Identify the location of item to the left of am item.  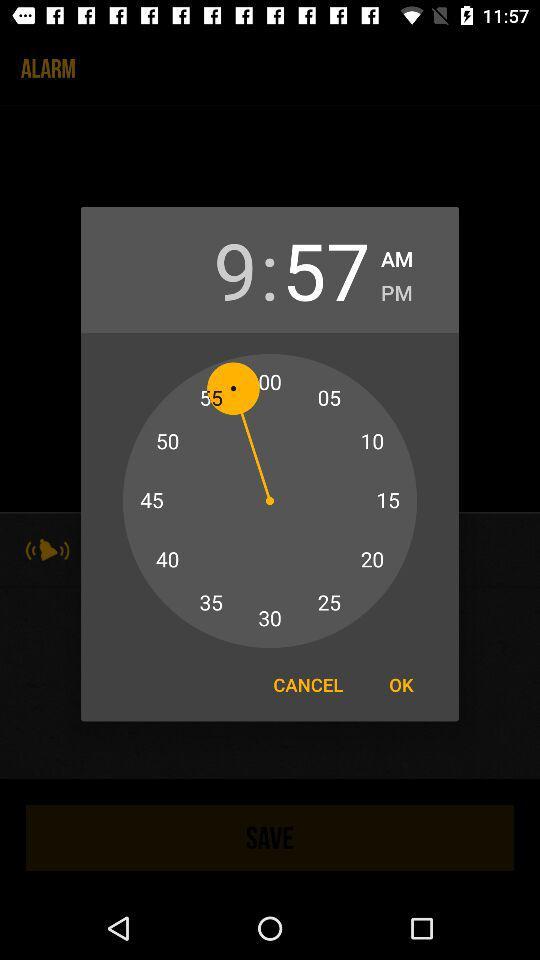
(326, 268).